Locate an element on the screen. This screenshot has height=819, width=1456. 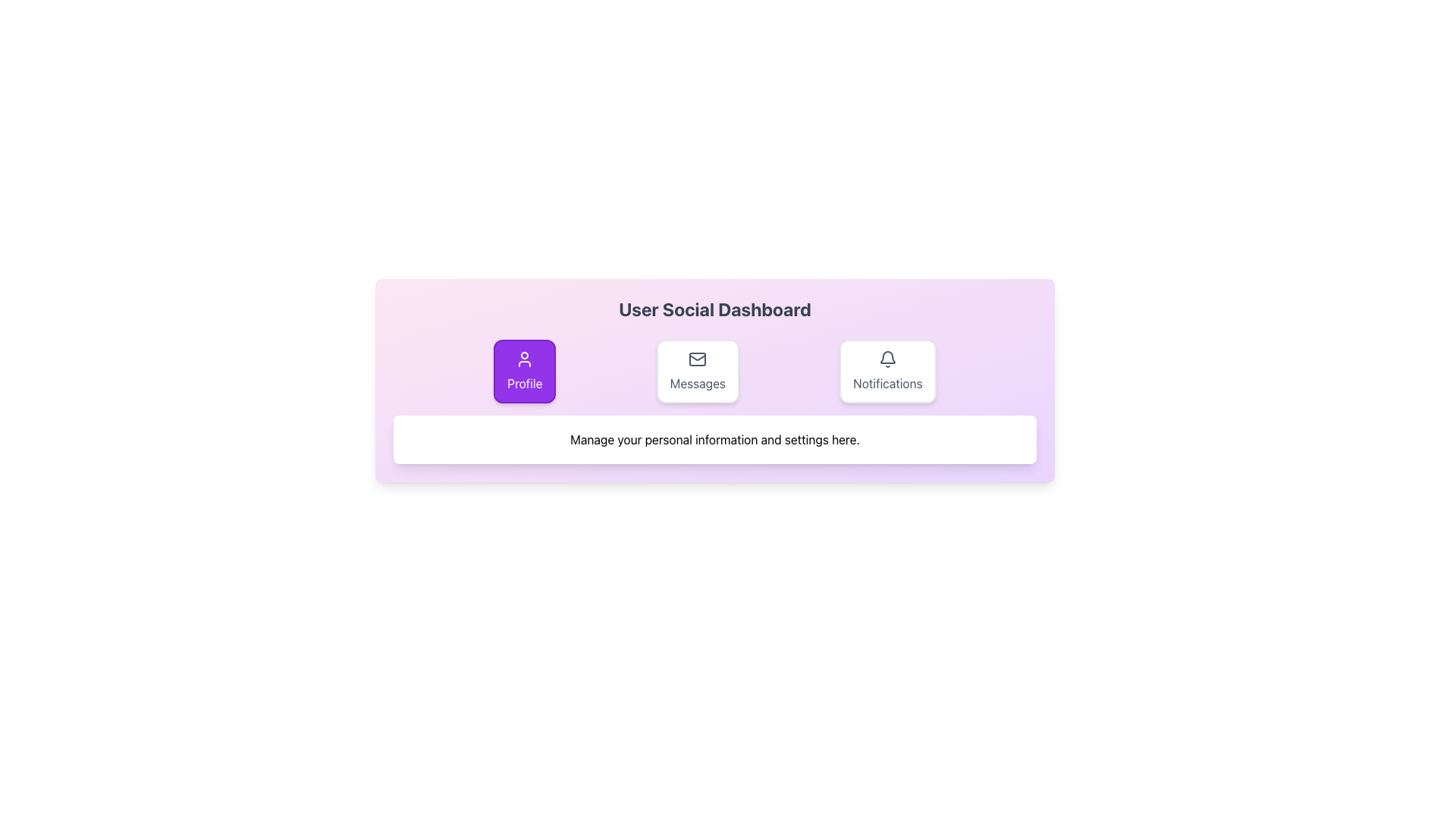
the Messages icon, which visually represents an envelope and indicates mail or messaging functionality is located at coordinates (697, 357).